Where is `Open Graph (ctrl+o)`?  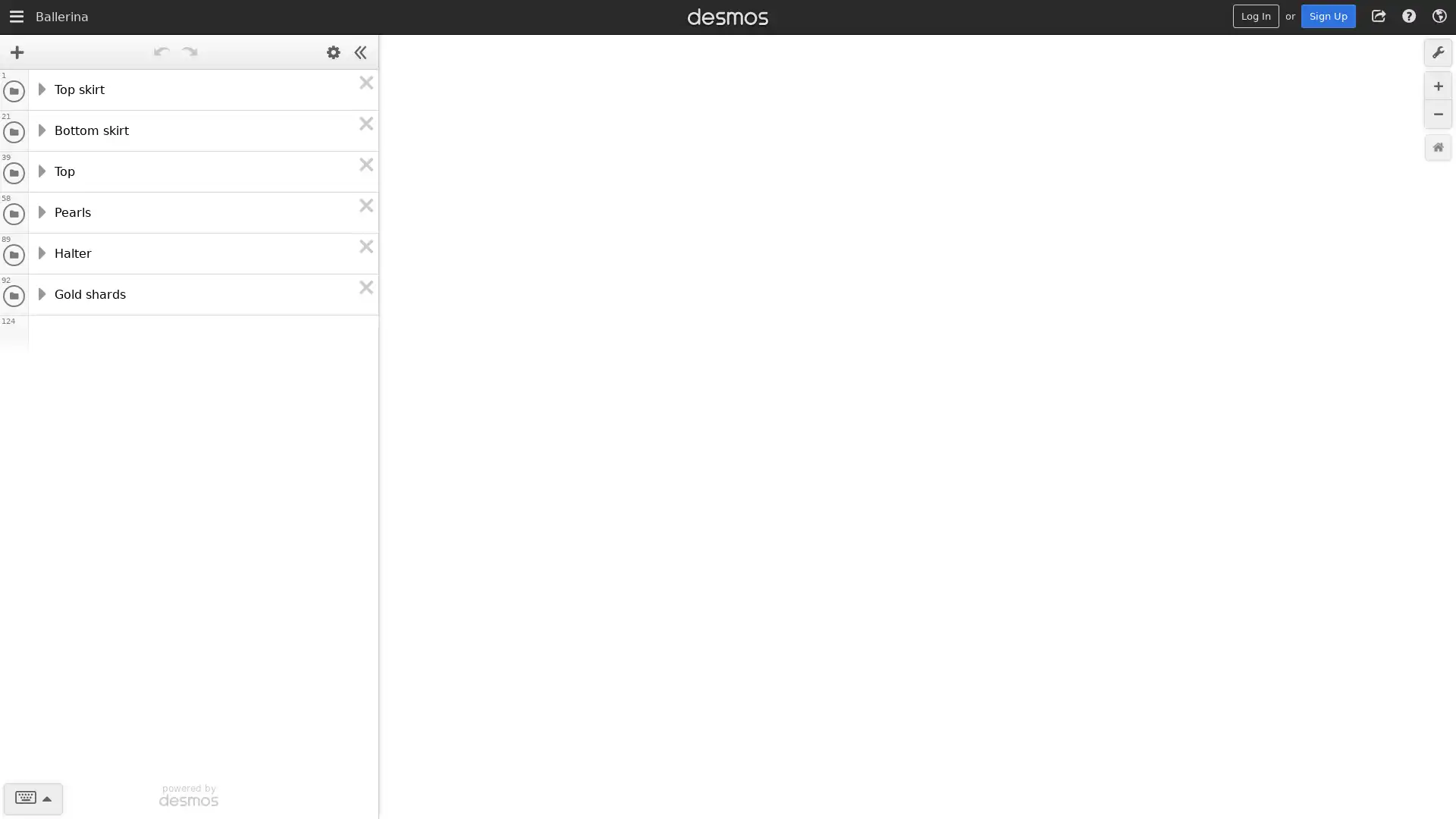
Open Graph (ctrl+o) is located at coordinates (17, 17).